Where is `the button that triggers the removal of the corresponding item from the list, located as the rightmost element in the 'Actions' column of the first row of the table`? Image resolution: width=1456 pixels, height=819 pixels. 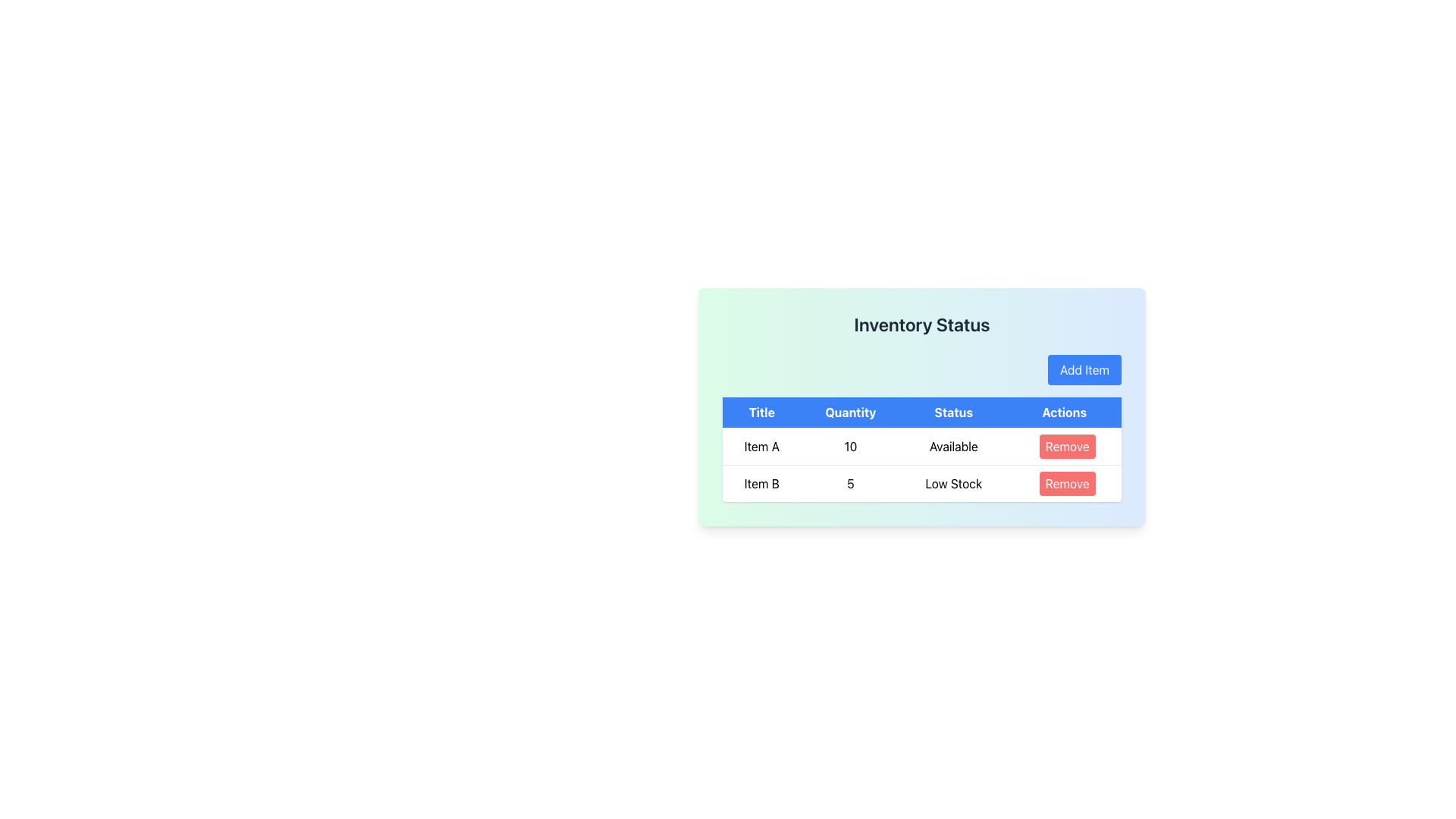
the button that triggers the removal of the corresponding item from the list, located as the rightmost element in the 'Actions' column of the first row of the table is located at coordinates (1066, 446).